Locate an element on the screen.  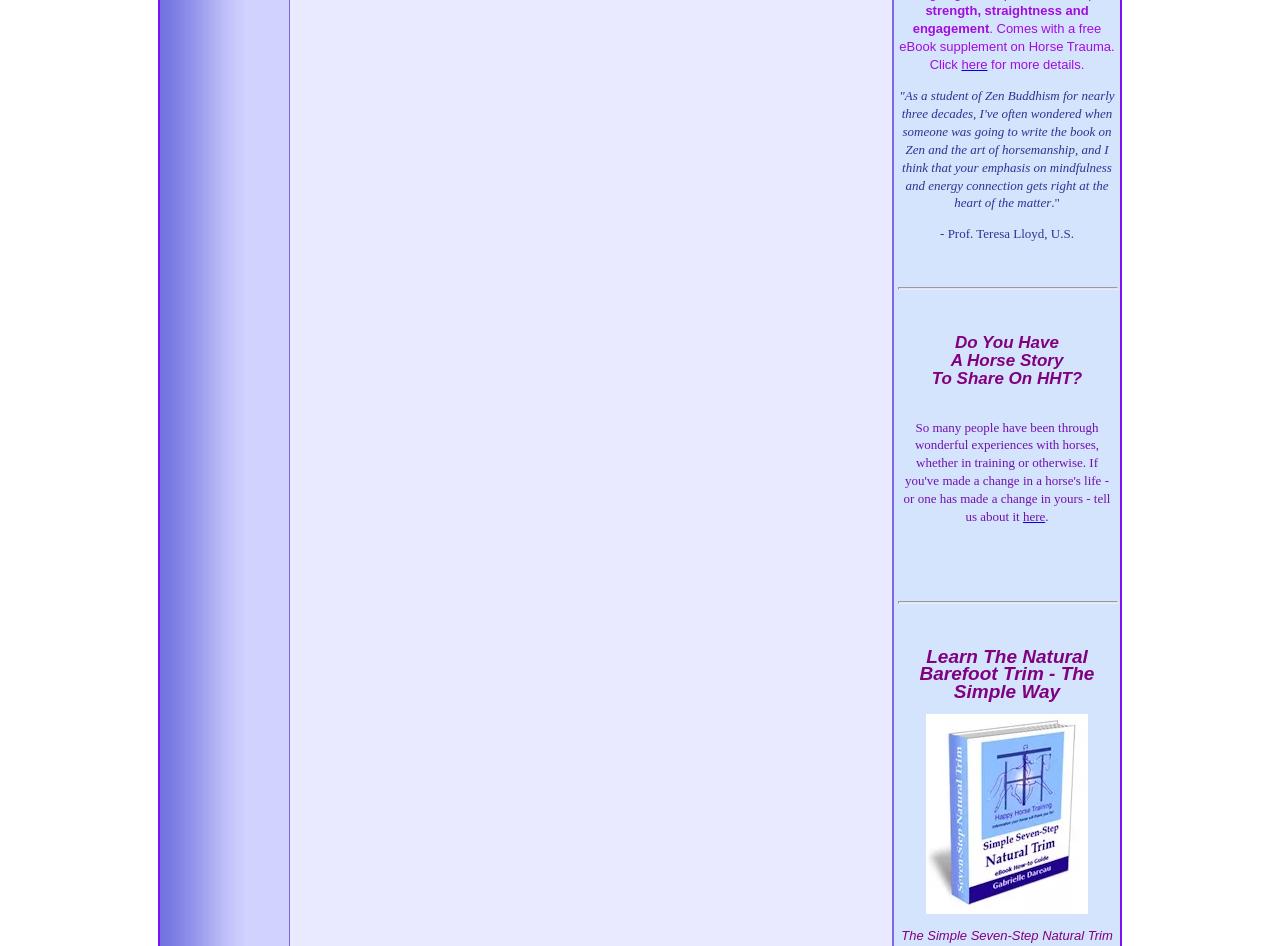
'for more details.' is located at coordinates (987, 64).